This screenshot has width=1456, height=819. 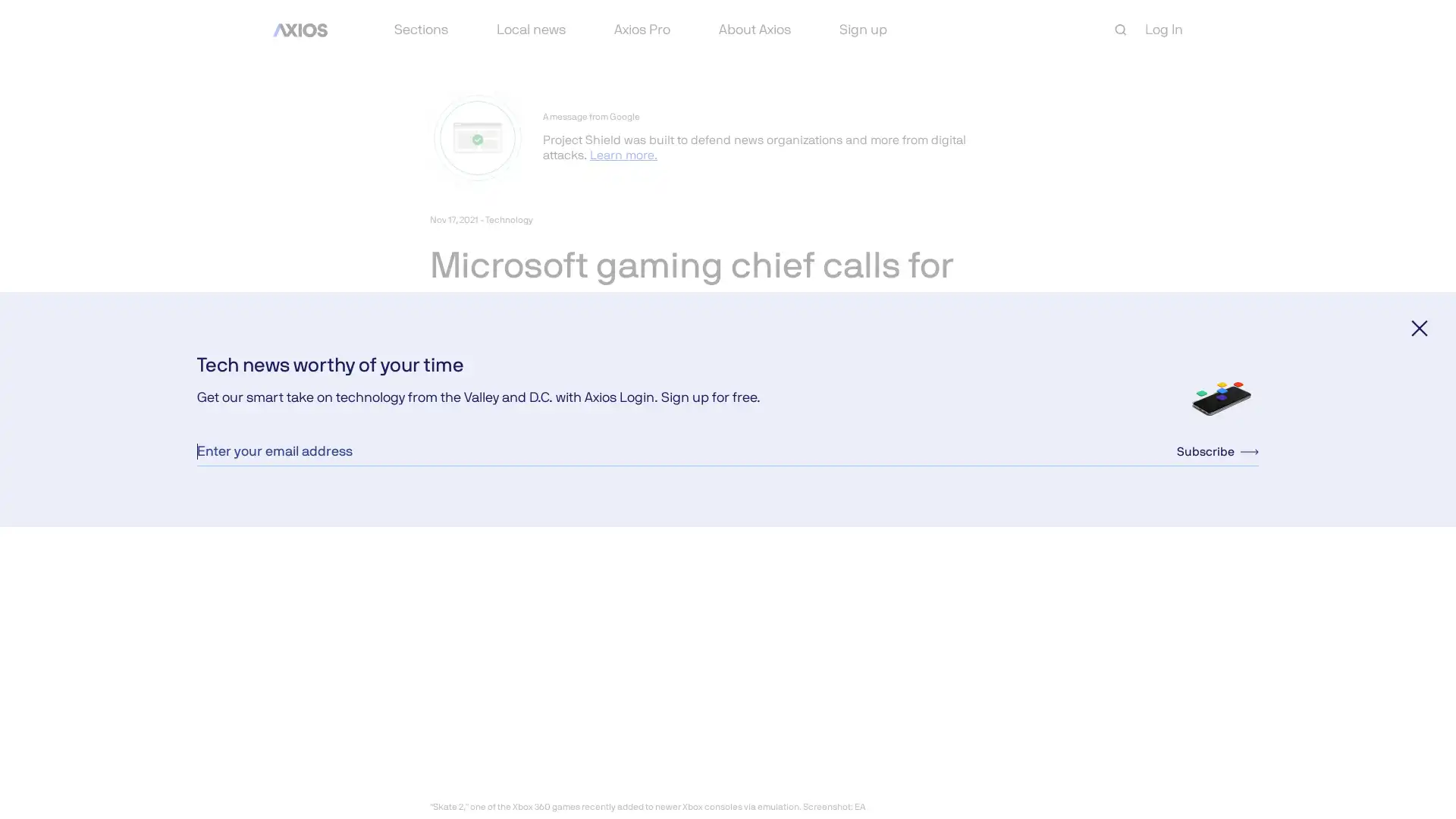 What do you see at coordinates (1419, 327) in the screenshot?
I see `close` at bounding box center [1419, 327].